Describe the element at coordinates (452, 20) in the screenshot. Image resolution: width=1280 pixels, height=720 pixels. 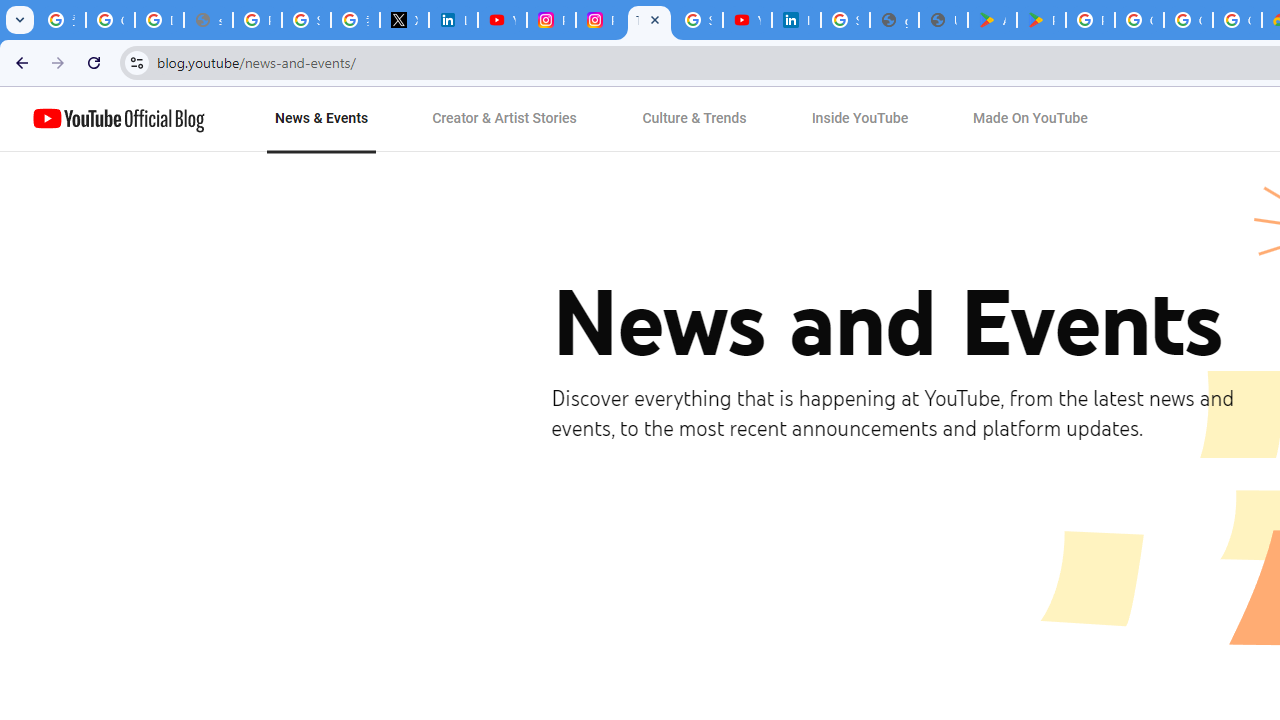
I see `'LinkedIn Privacy Policy'` at that location.